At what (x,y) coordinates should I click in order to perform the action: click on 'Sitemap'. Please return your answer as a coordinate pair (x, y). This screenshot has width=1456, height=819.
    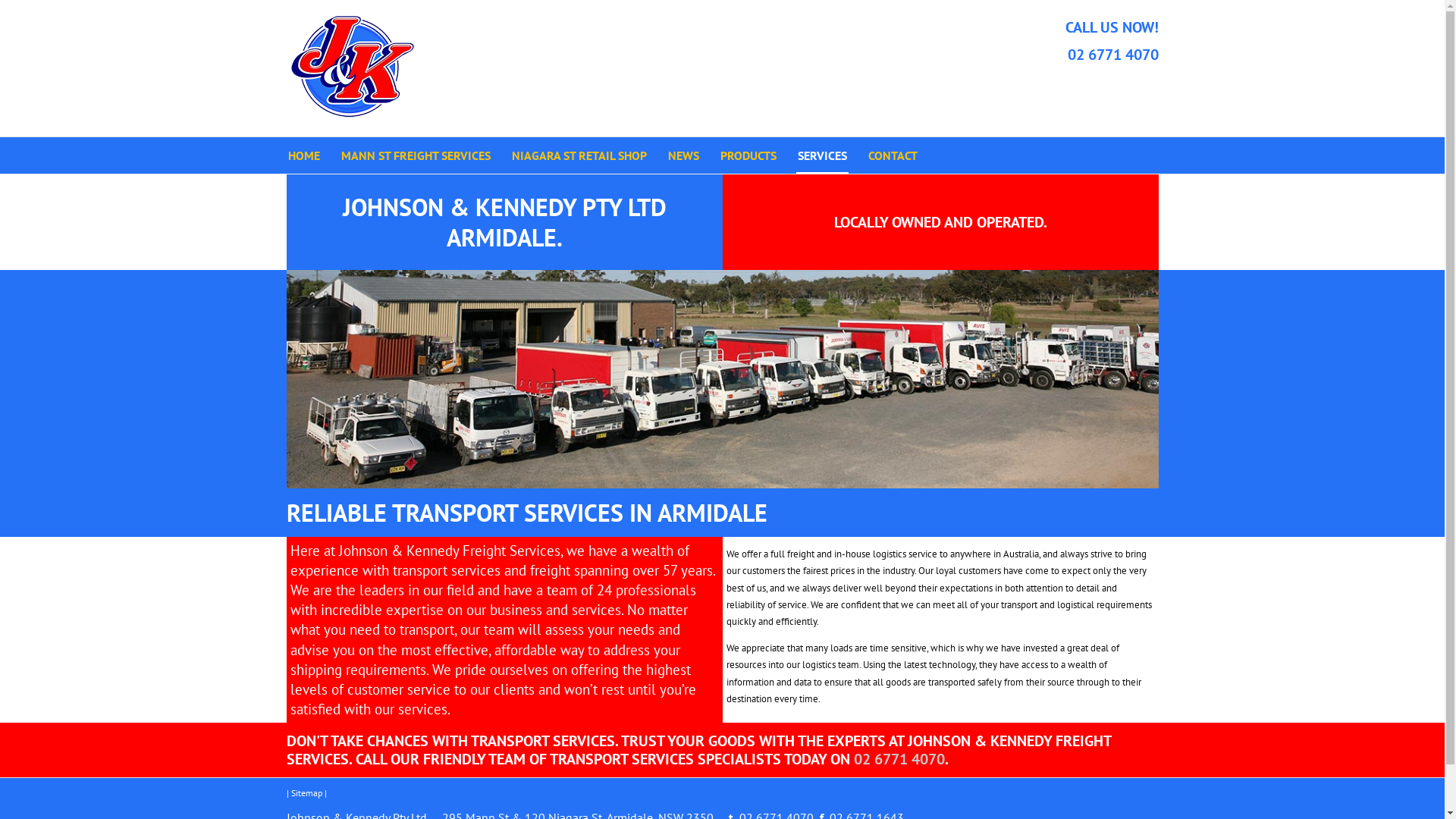
    Looking at the image, I should click on (306, 792).